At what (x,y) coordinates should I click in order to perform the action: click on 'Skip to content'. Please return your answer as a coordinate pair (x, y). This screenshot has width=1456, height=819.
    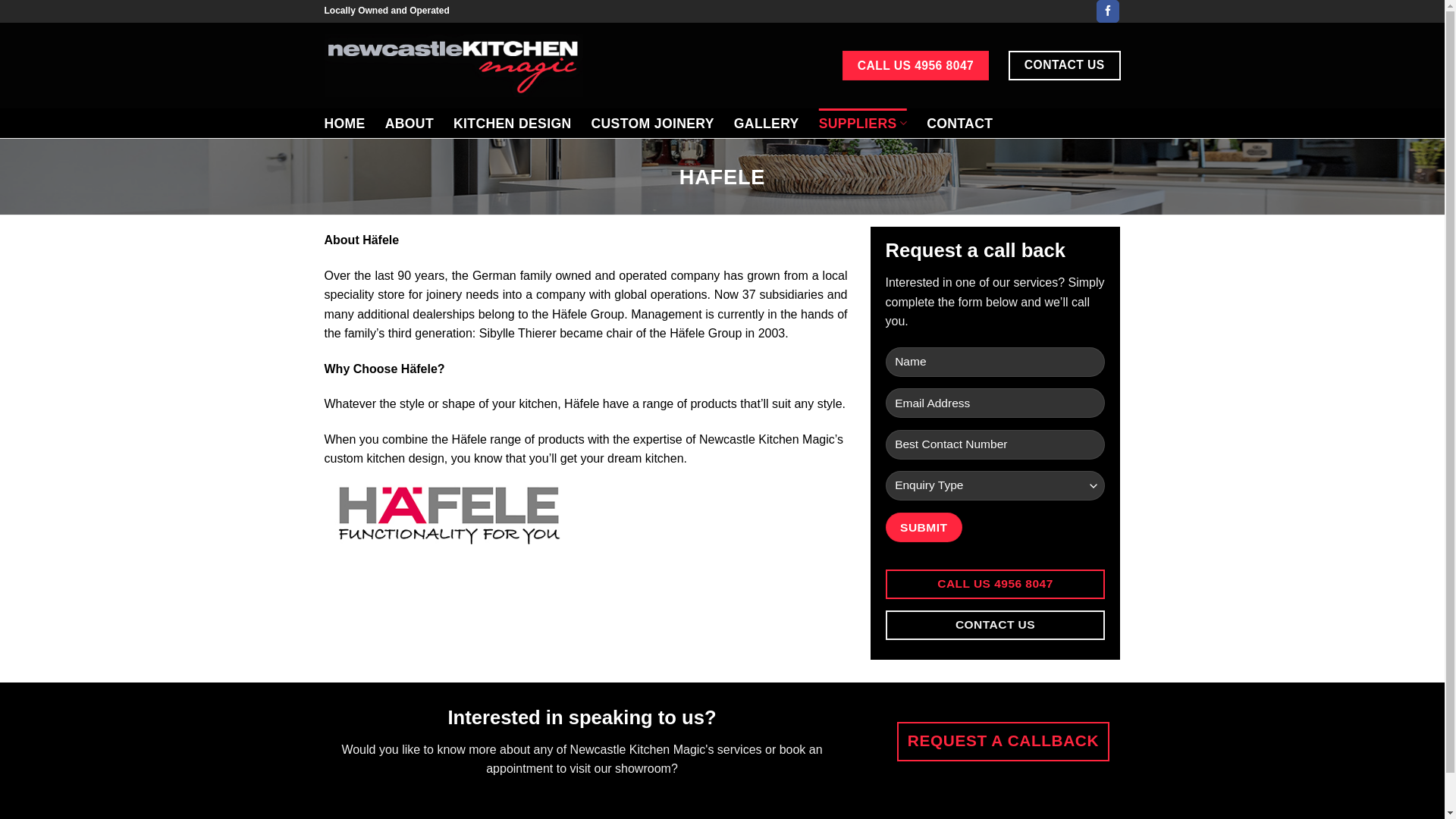
    Looking at the image, I should click on (0, 0).